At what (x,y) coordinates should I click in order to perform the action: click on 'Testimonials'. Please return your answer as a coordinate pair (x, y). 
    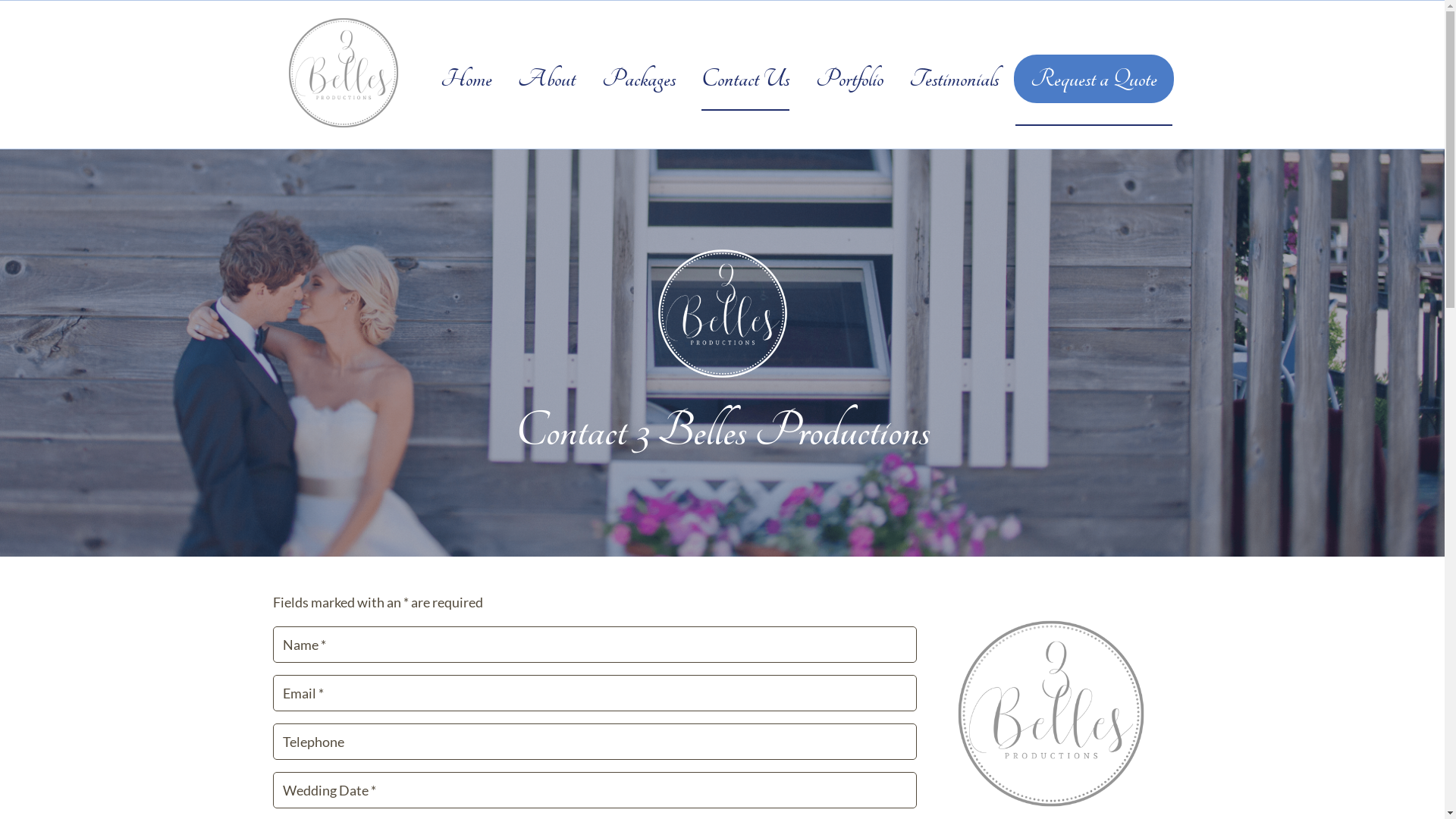
    Looking at the image, I should click on (952, 79).